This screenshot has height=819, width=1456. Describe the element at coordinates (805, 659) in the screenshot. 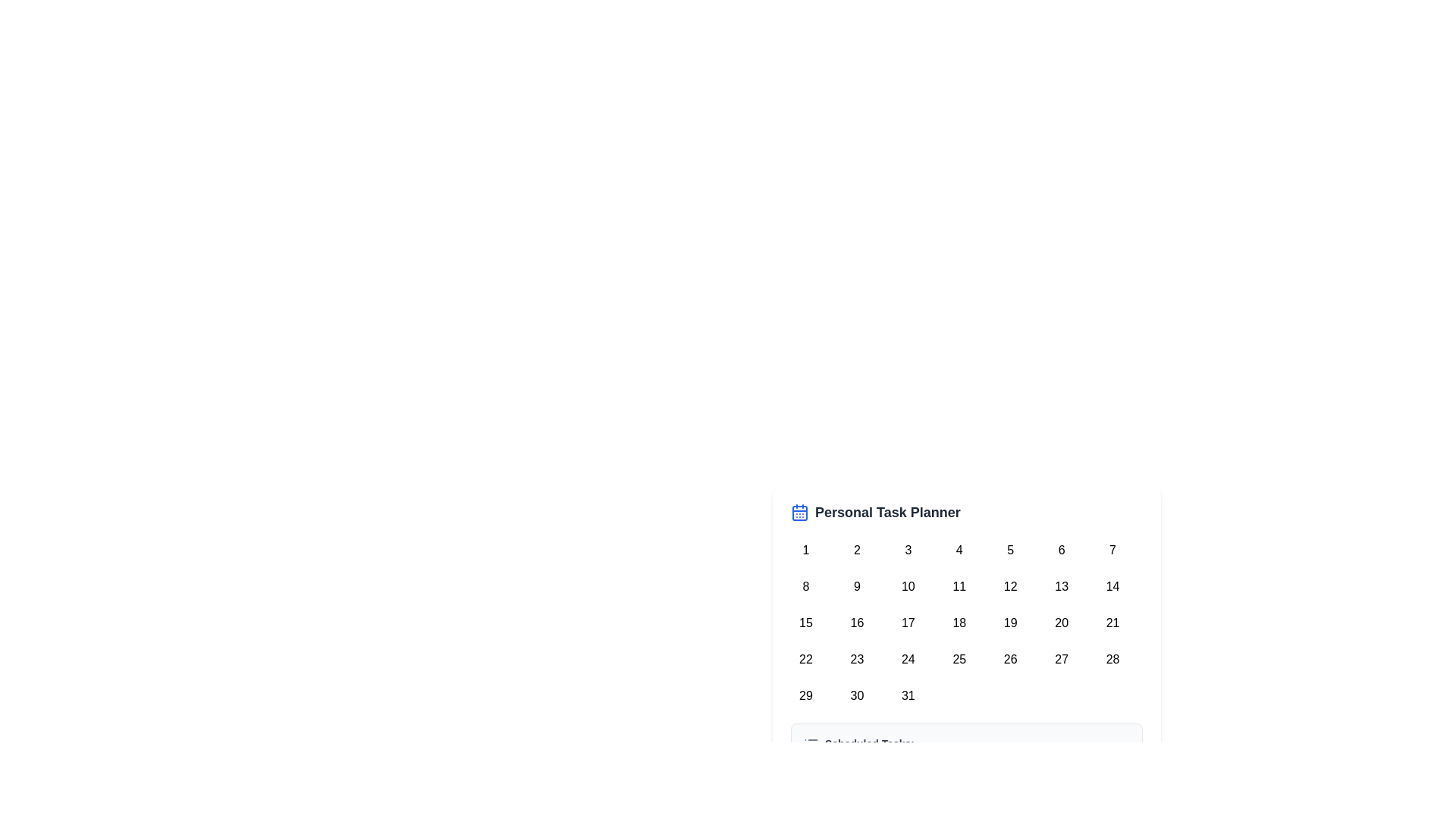

I see `the button representing the date '22' in the calendar interface` at that location.